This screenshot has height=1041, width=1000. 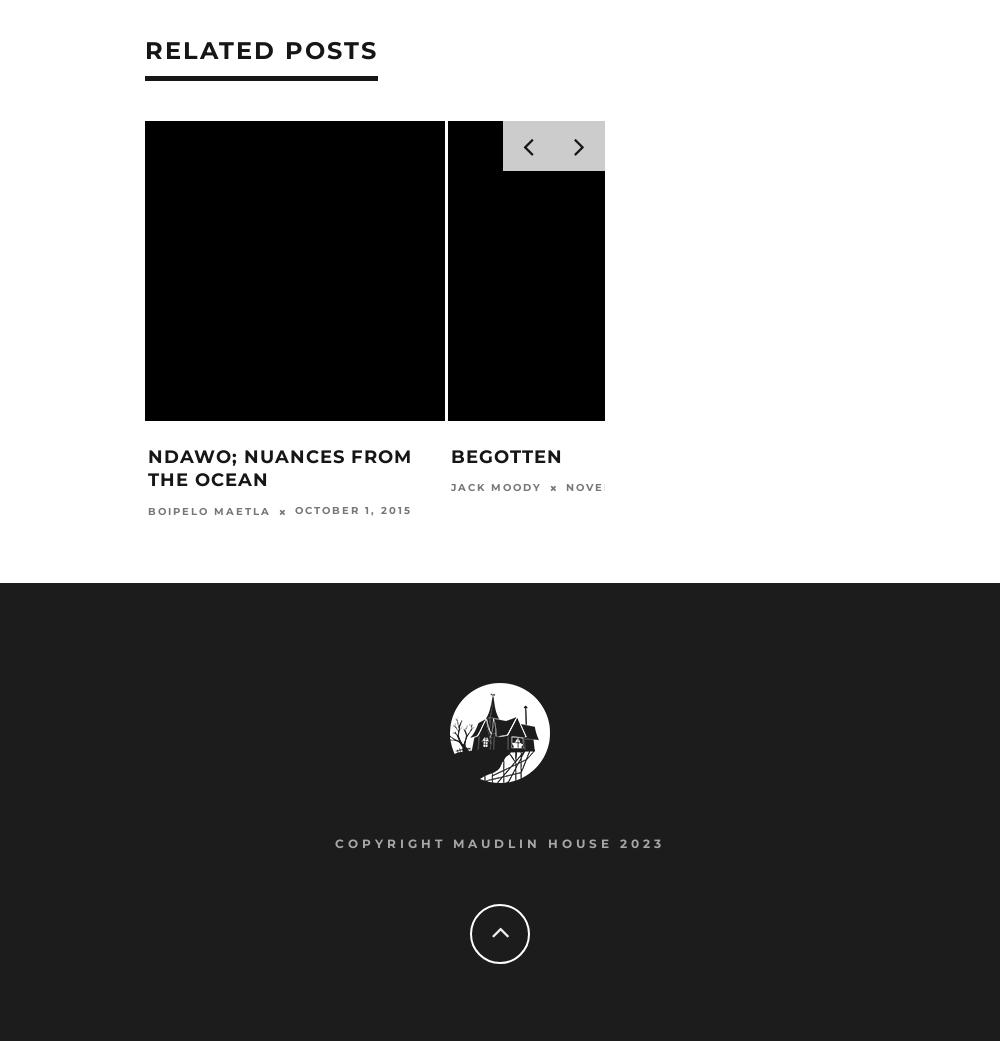 I want to click on 'Begotten', so click(x=507, y=457).